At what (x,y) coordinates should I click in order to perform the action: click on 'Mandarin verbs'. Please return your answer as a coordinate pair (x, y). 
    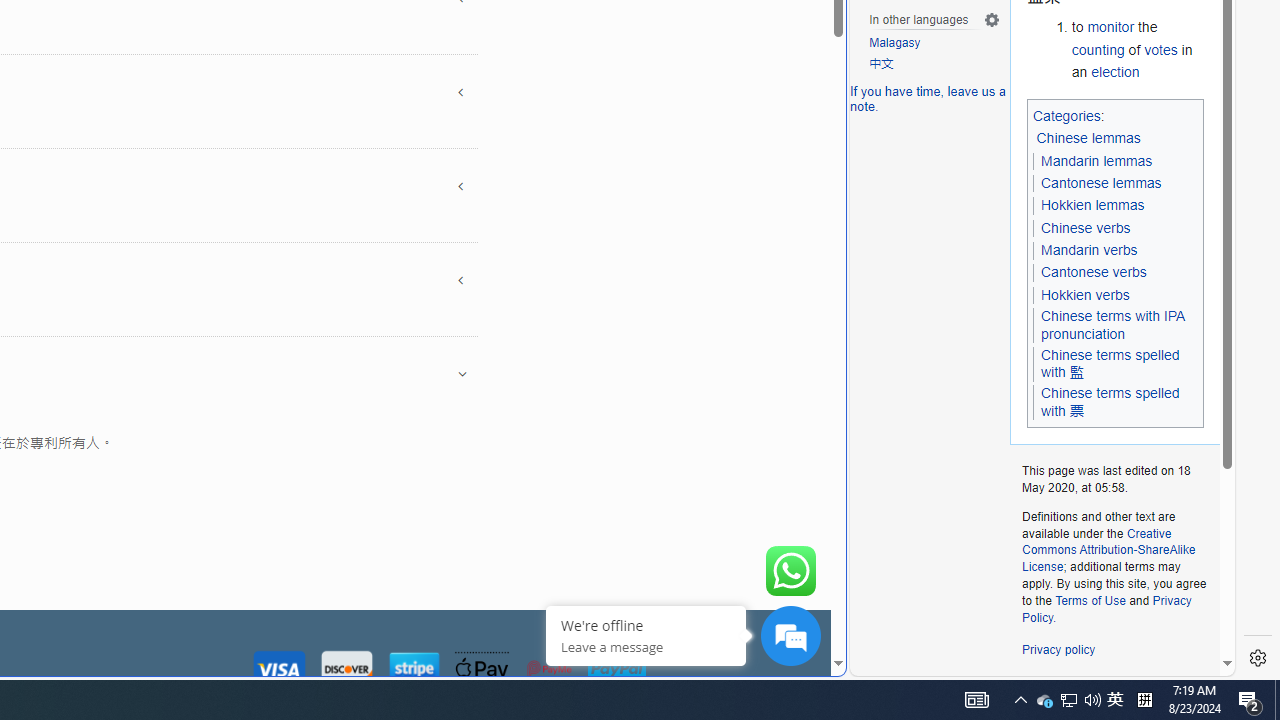
    Looking at the image, I should click on (1088, 249).